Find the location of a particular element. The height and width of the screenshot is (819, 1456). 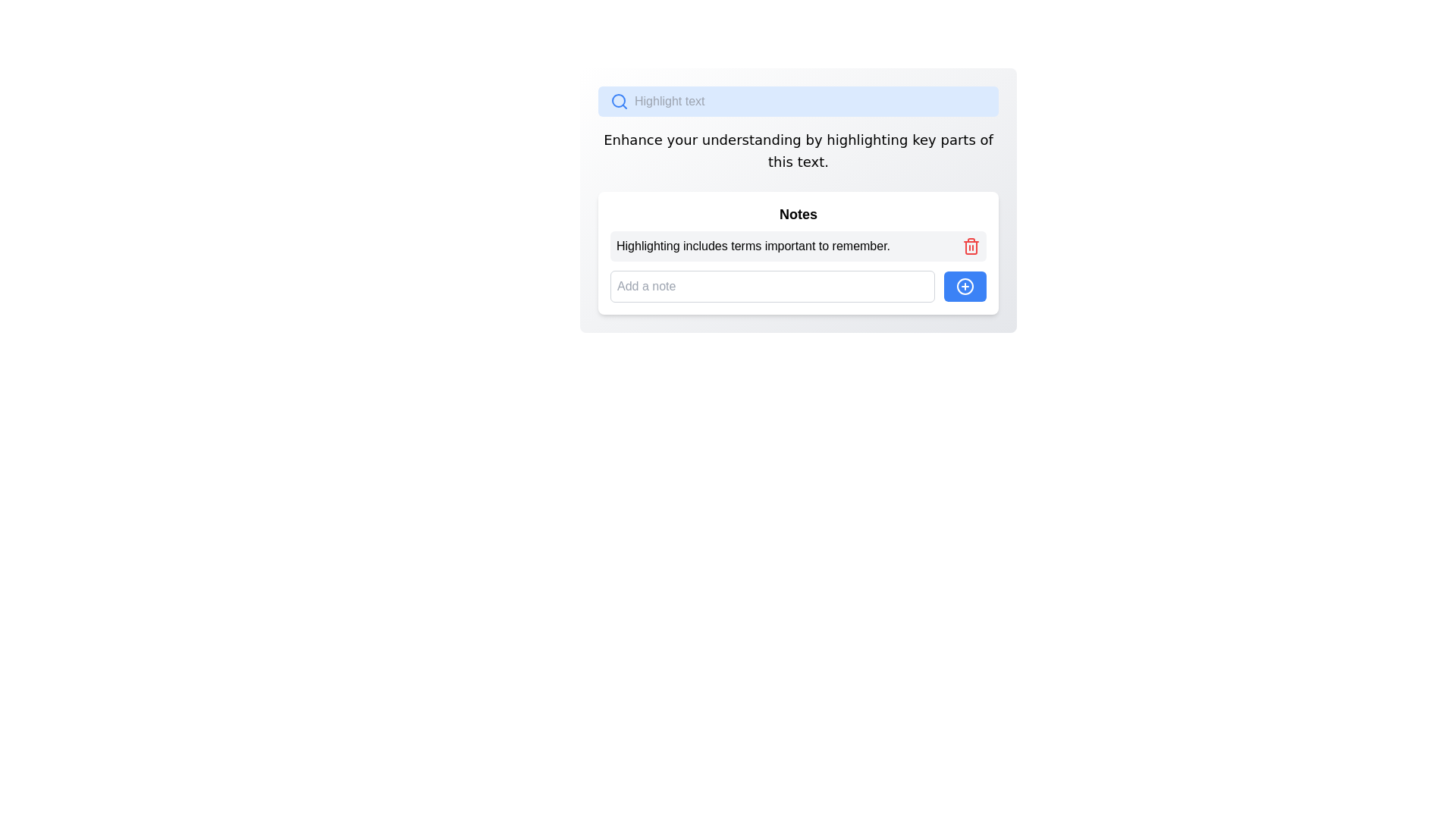

the character 'a' in the word 'understanding' within the text string 'Enhance your understanding by highlighting key parts of this text.' is located at coordinates (758, 140).